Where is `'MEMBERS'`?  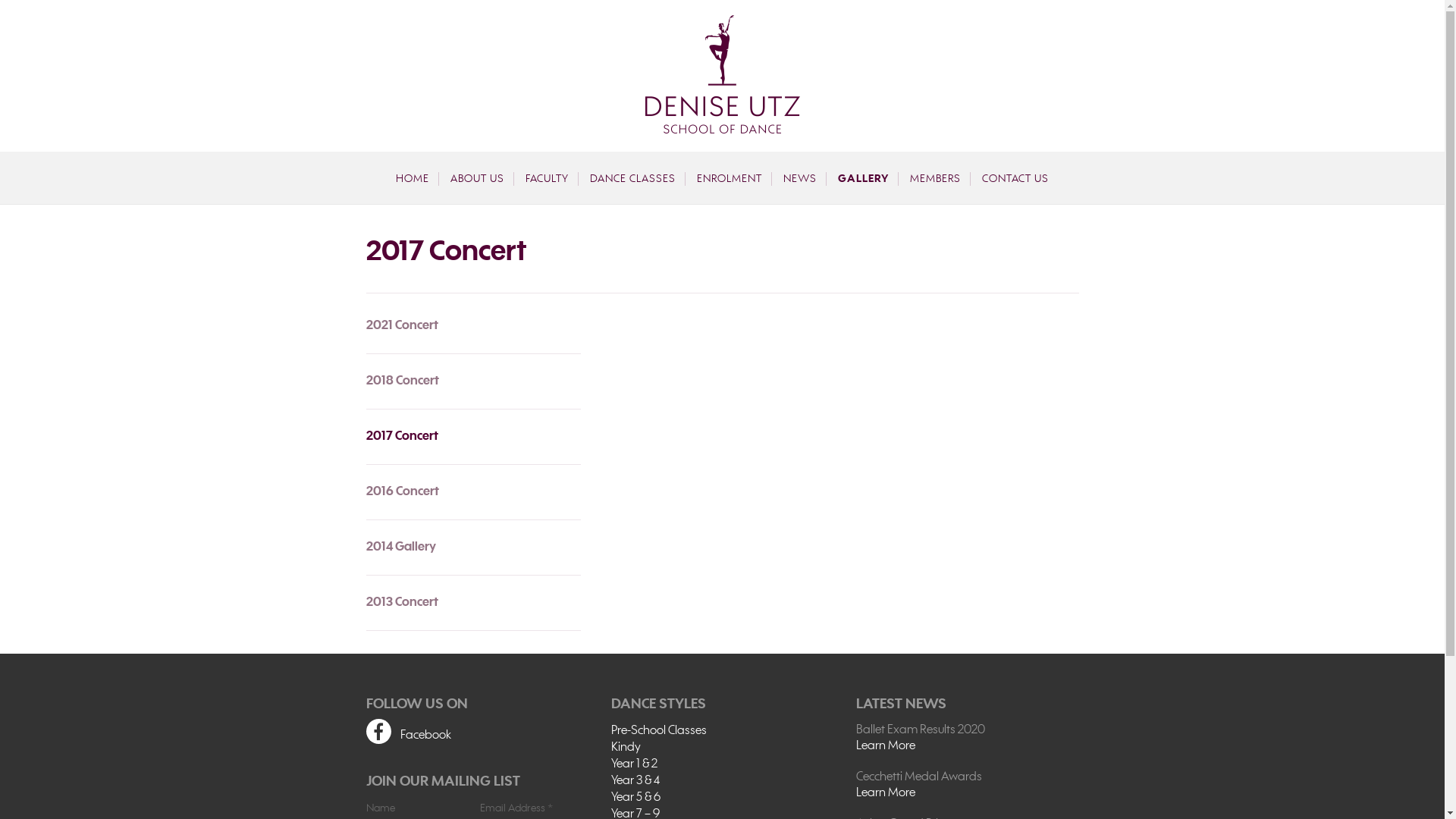 'MEMBERS' is located at coordinates (934, 177).